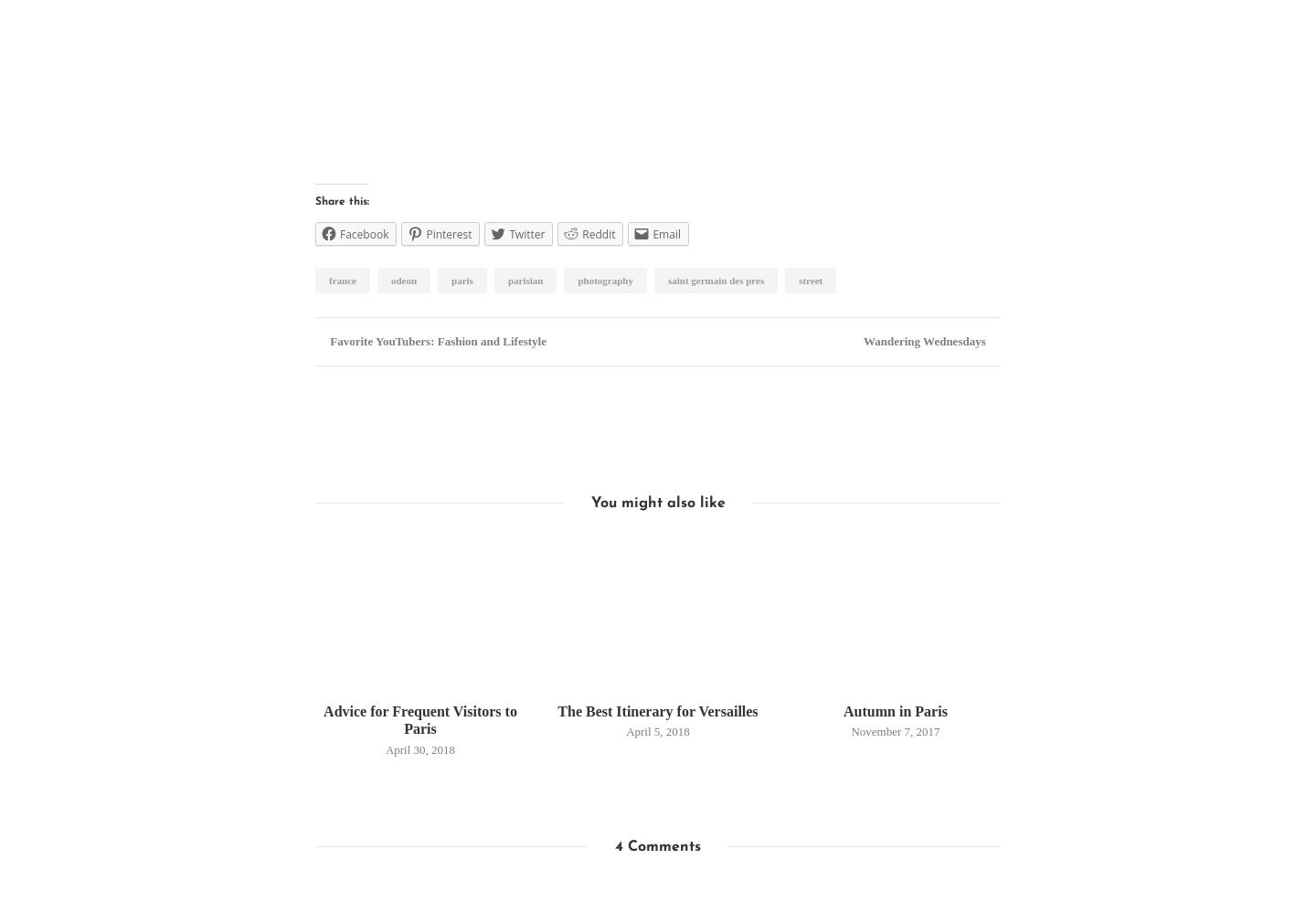 The width and height of the screenshot is (1316, 902). I want to click on 'Advice for Frequent Visitors to Paris', so click(419, 720).